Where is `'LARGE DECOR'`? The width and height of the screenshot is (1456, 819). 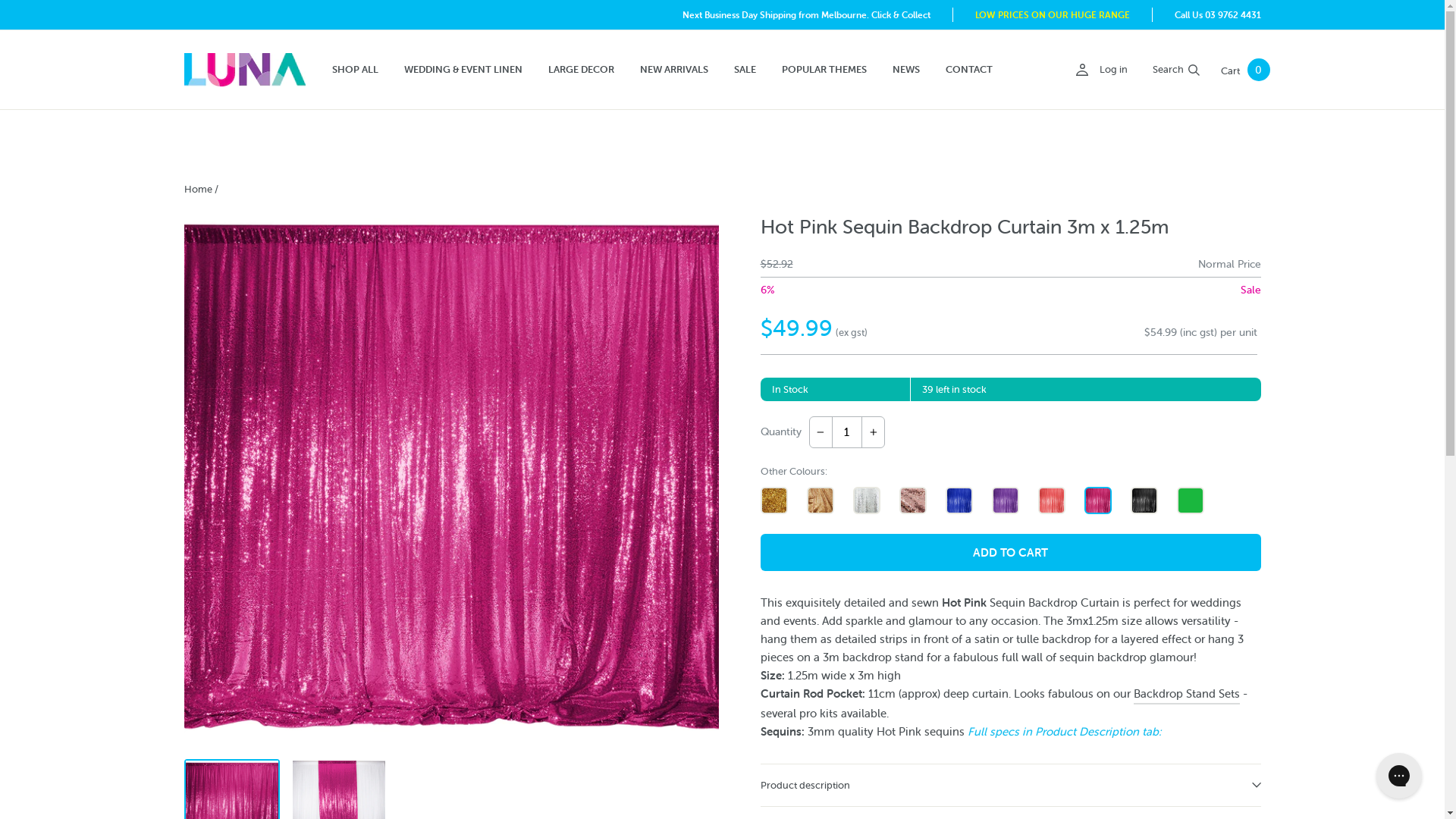 'LARGE DECOR' is located at coordinates (580, 70).